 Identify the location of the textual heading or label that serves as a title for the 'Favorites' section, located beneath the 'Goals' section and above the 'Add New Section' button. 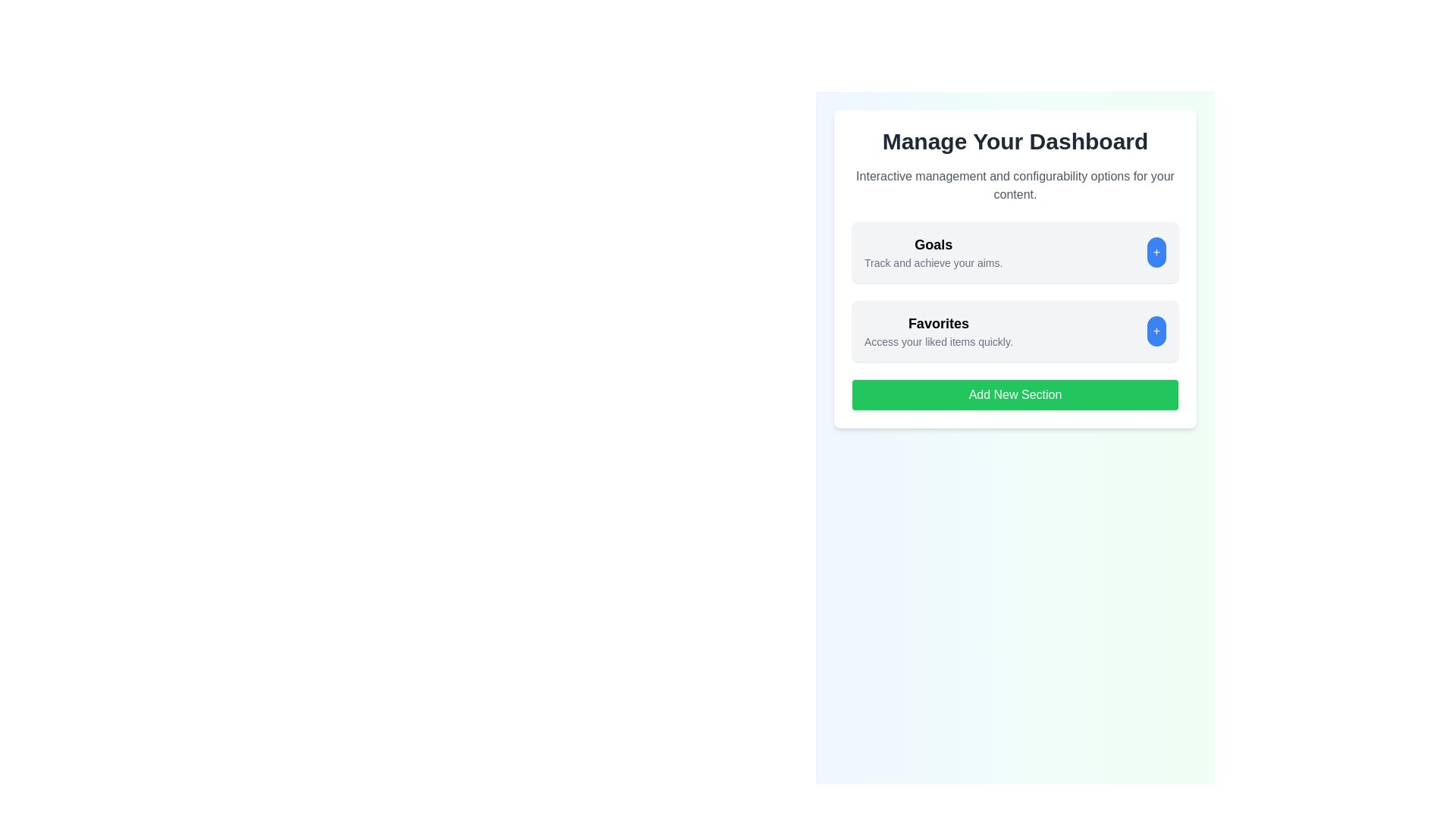
(937, 323).